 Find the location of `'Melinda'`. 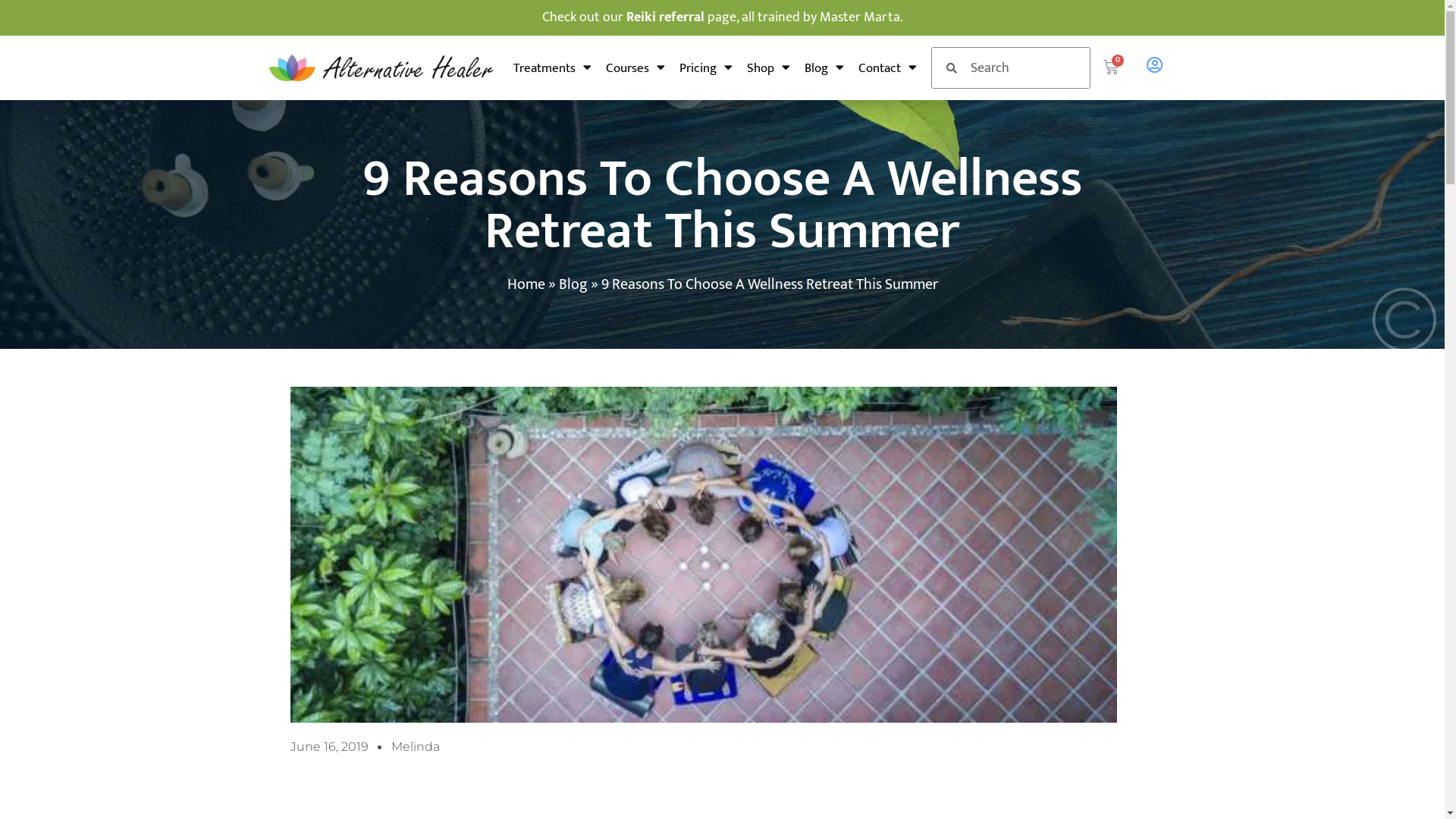

'Melinda' is located at coordinates (415, 745).